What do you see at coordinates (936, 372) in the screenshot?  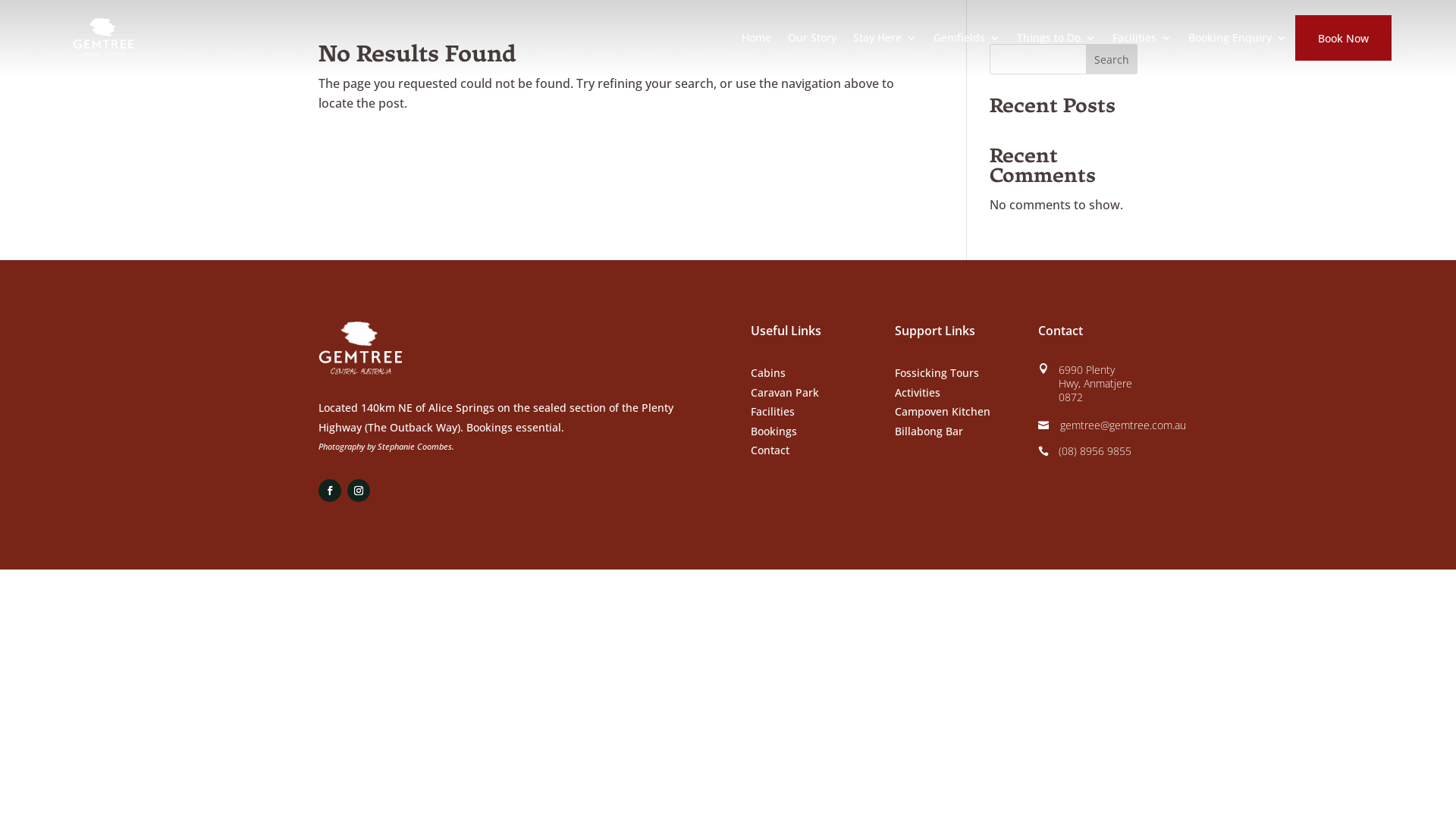 I see `'Fossicking Tours'` at bounding box center [936, 372].